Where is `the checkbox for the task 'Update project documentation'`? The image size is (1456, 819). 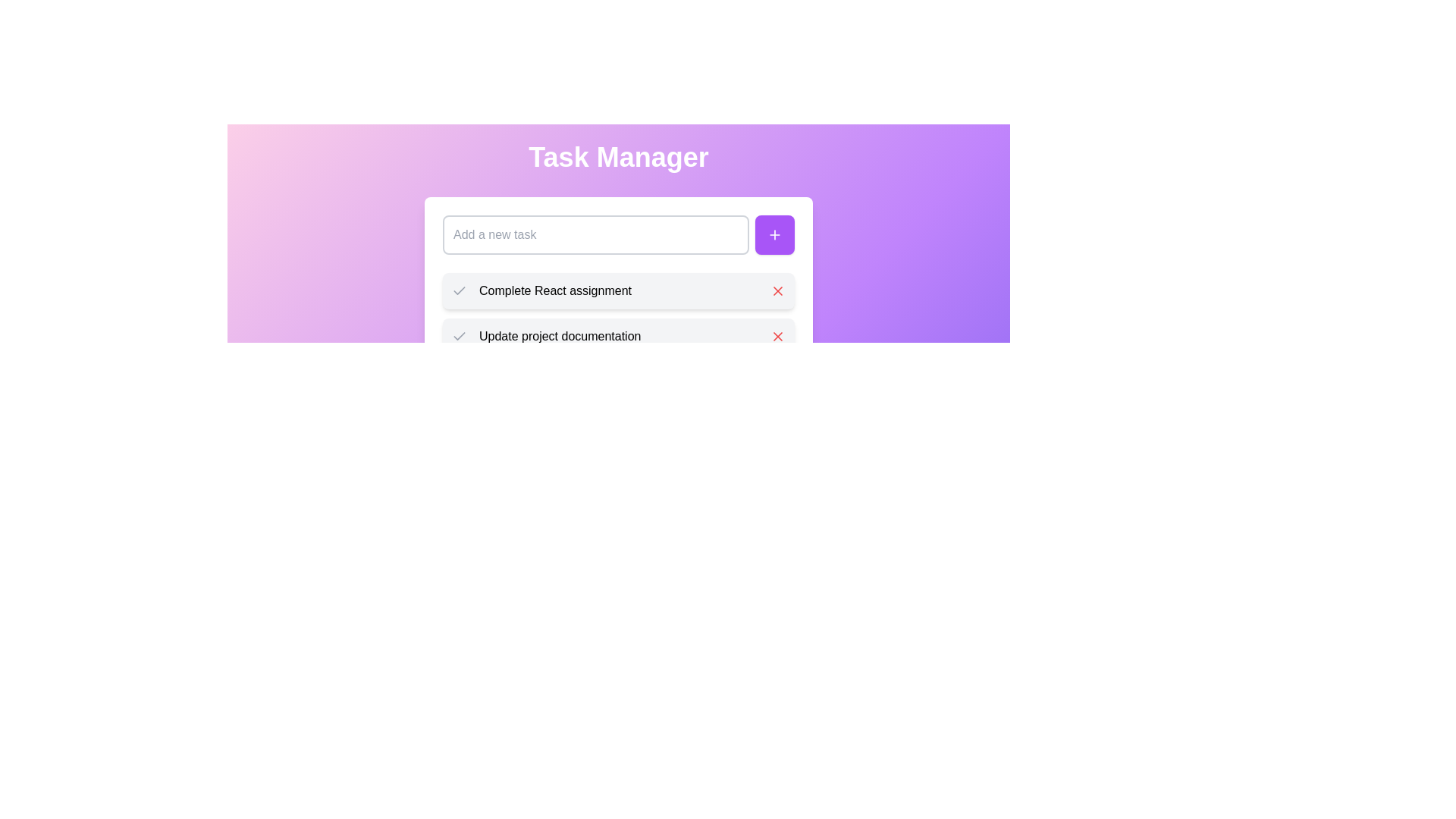
the checkbox for the task 'Update project documentation' is located at coordinates (458, 335).